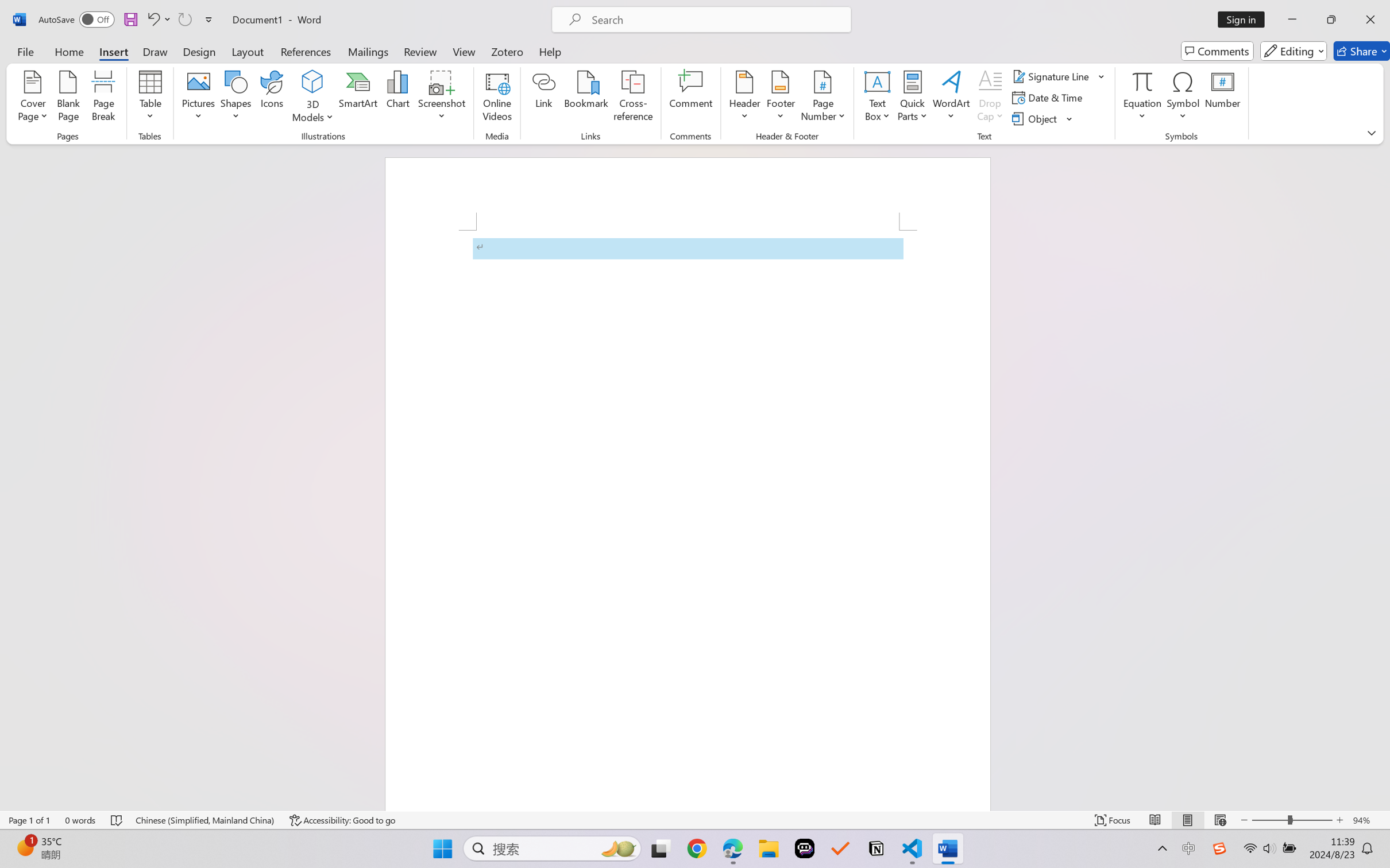  I want to click on 'Symbol', so click(1182, 98).